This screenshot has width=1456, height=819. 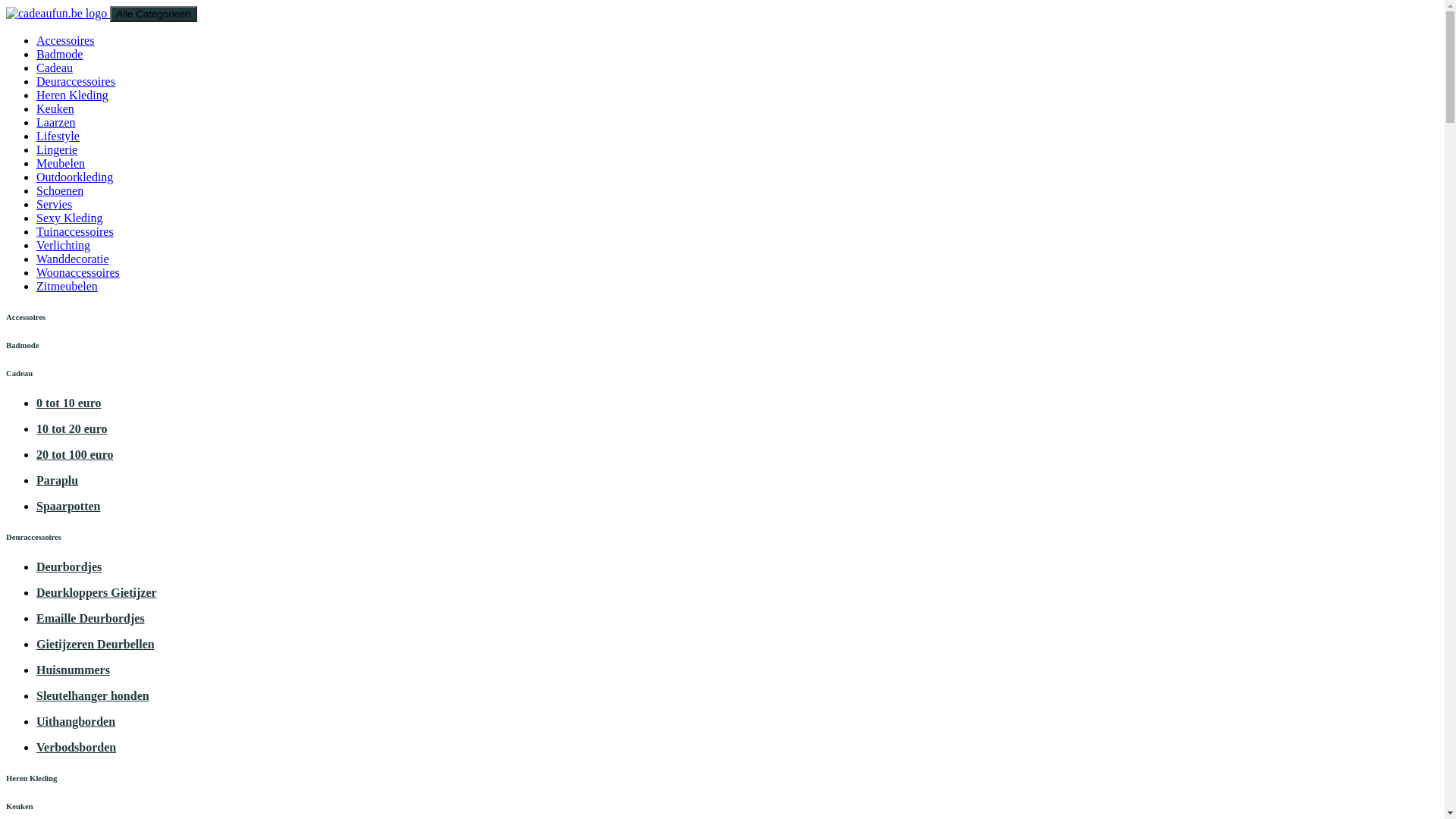 I want to click on 'Huisnummers', so click(x=72, y=669).